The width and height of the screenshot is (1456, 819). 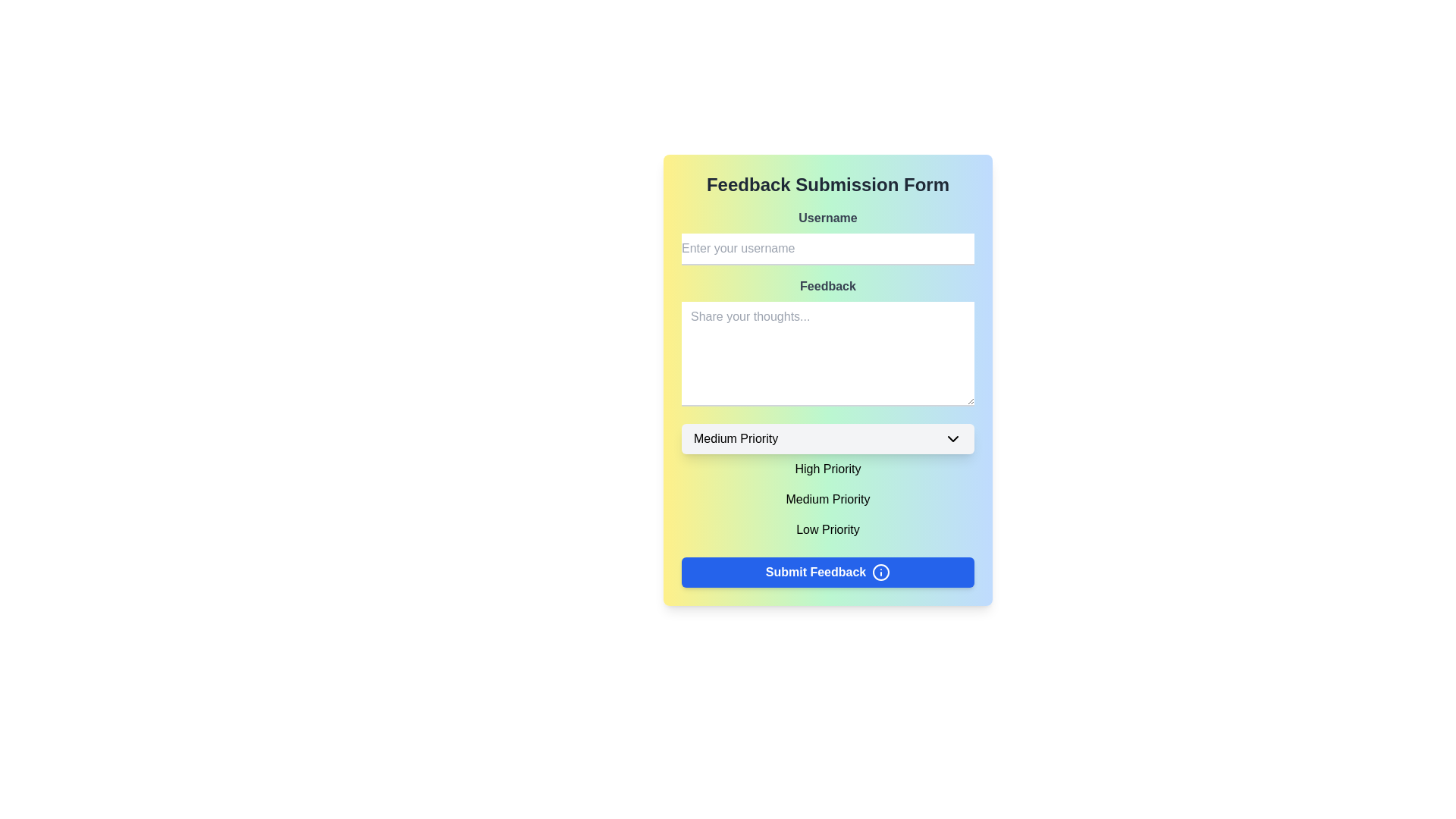 What do you see at coordinates (881, 573) in the screenshot?
I see `the information icon located on the right side of the 'Submit Feedback' button at the bottom of the feedback submission form` at bounding box center [881, 573].